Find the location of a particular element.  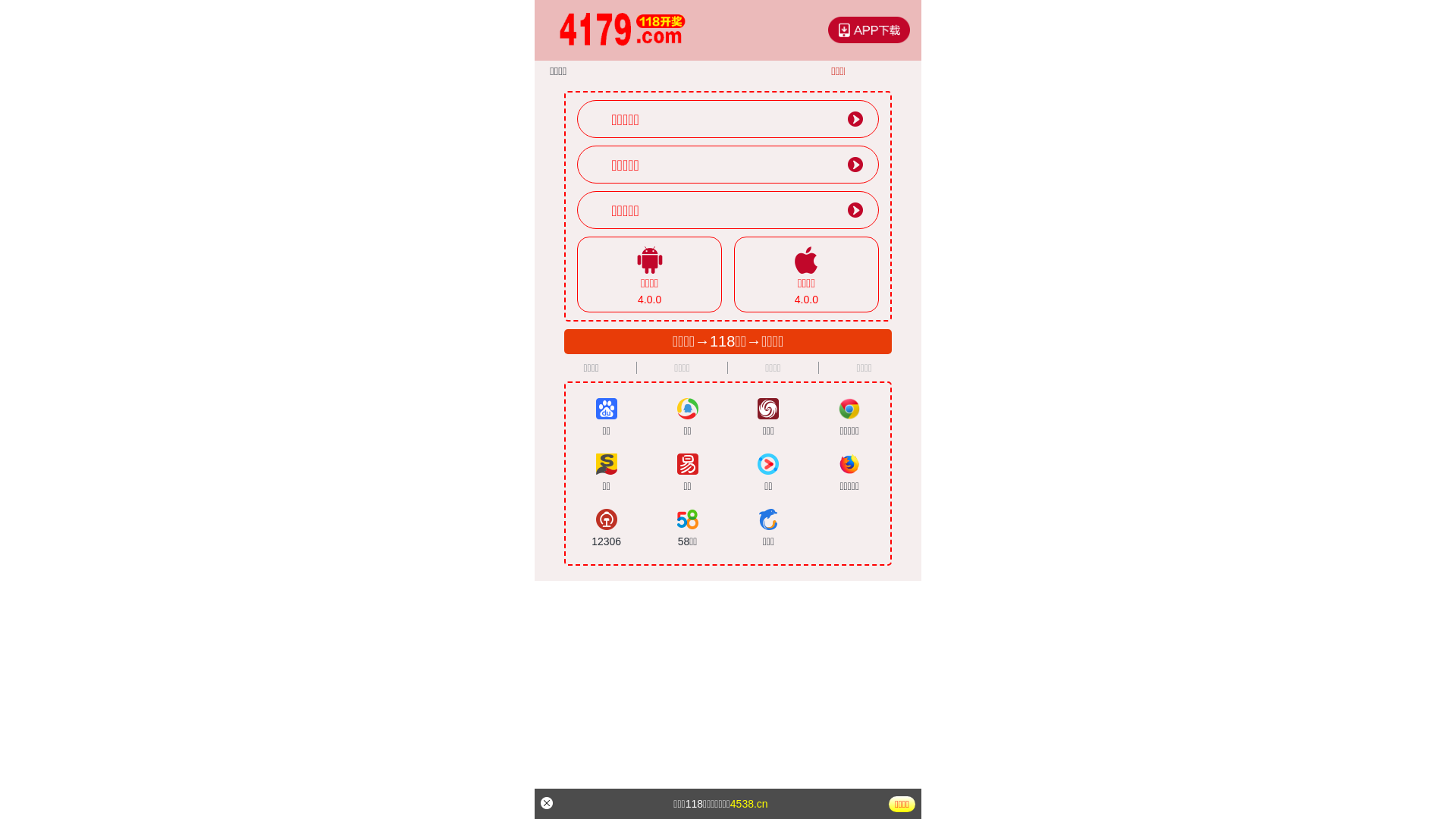

'12306' is located at coordinates (605, 528).